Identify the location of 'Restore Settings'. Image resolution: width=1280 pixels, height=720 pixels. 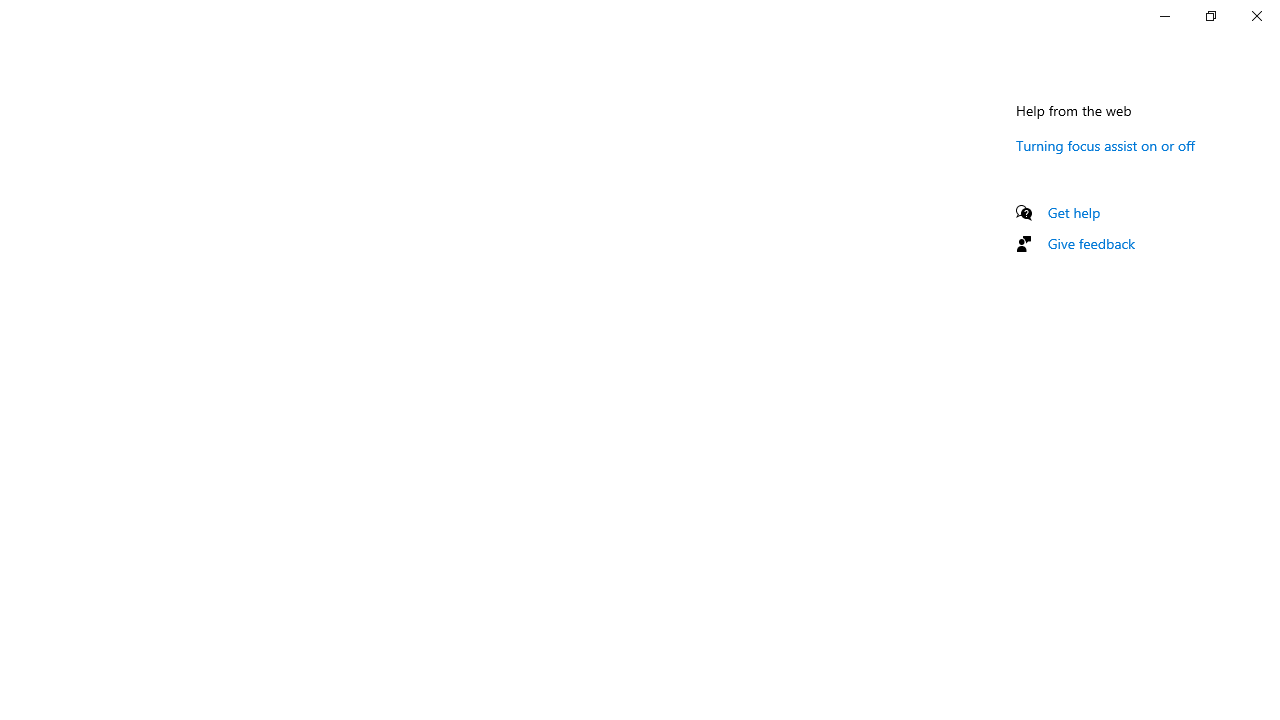
(1209, 15).